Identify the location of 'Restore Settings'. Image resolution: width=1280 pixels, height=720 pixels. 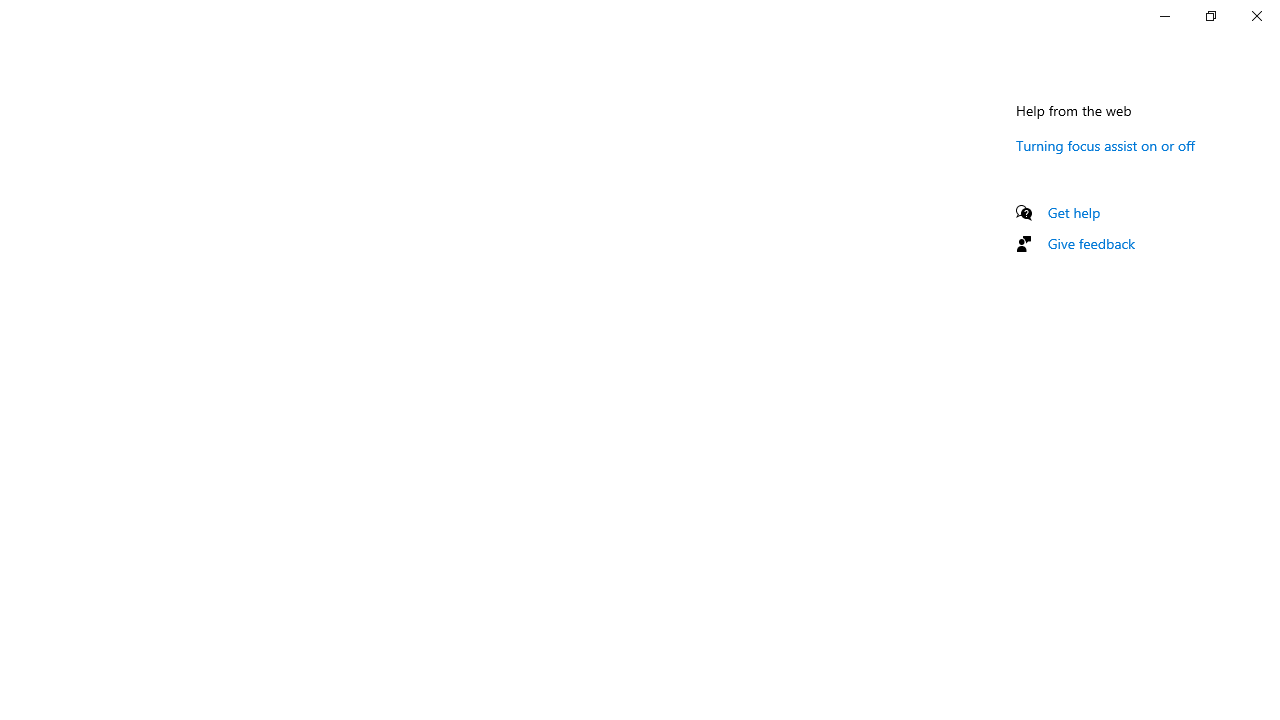
(1209, 15).